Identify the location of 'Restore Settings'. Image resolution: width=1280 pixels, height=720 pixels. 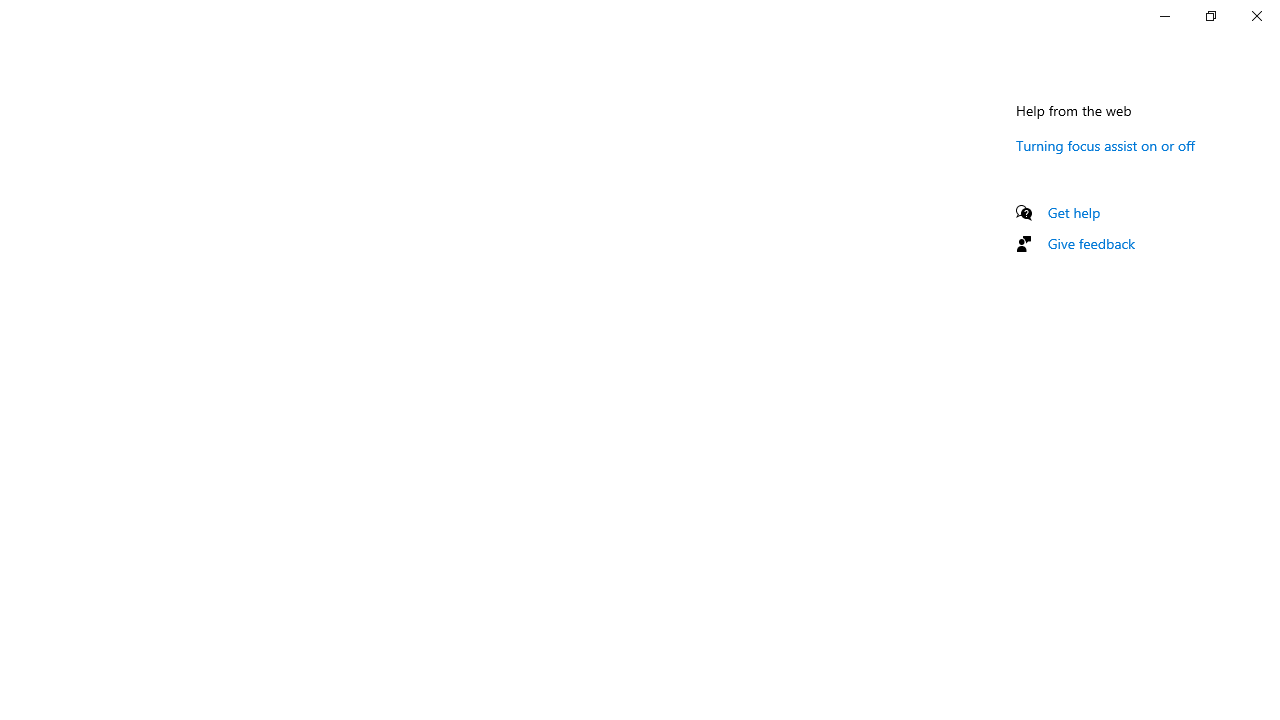
(1209, 15).